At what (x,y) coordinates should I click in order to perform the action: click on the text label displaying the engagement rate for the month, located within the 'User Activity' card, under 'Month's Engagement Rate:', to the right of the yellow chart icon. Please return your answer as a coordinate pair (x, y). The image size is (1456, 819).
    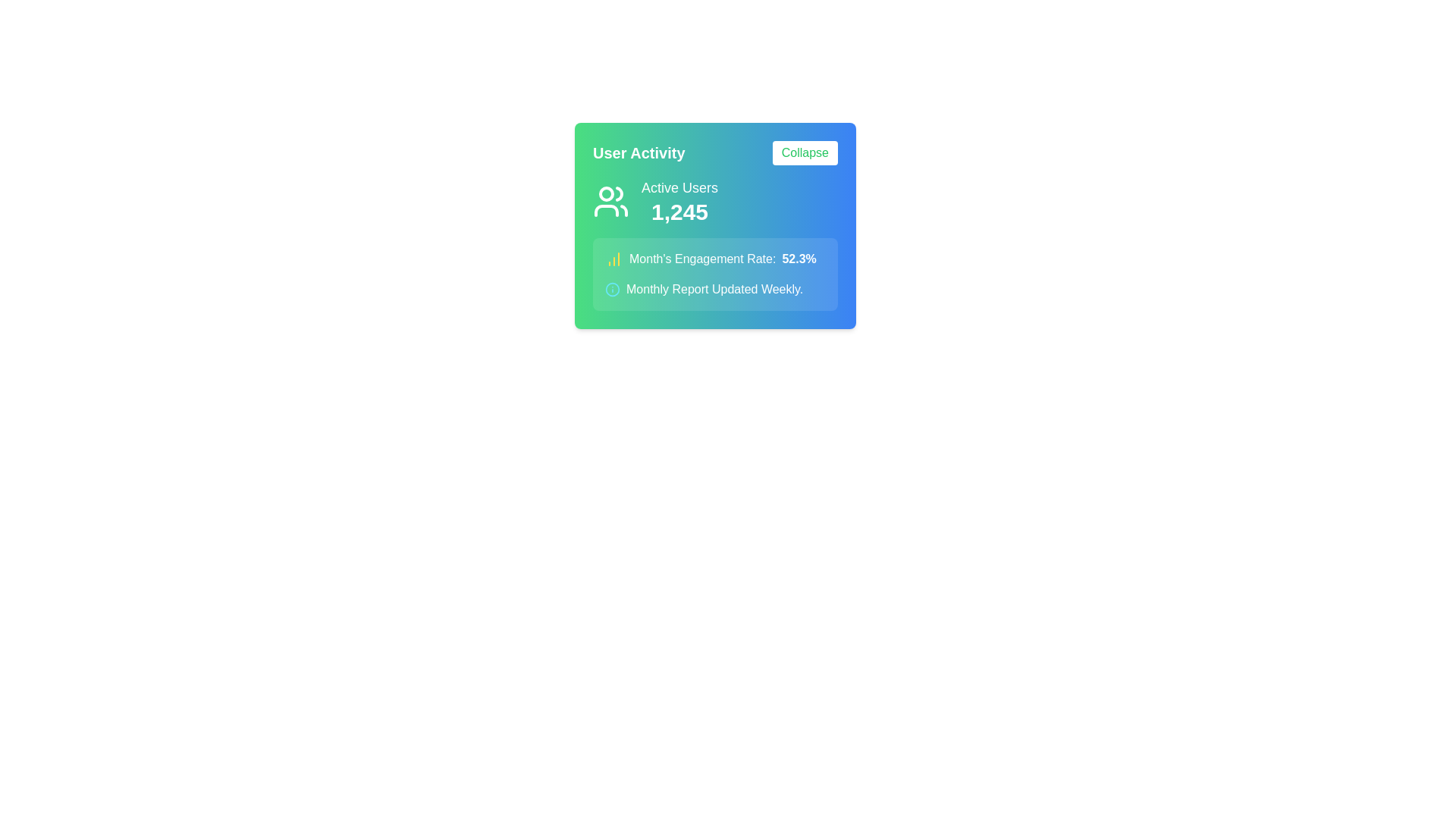
    Looking at the image, I should click on (799, 259).